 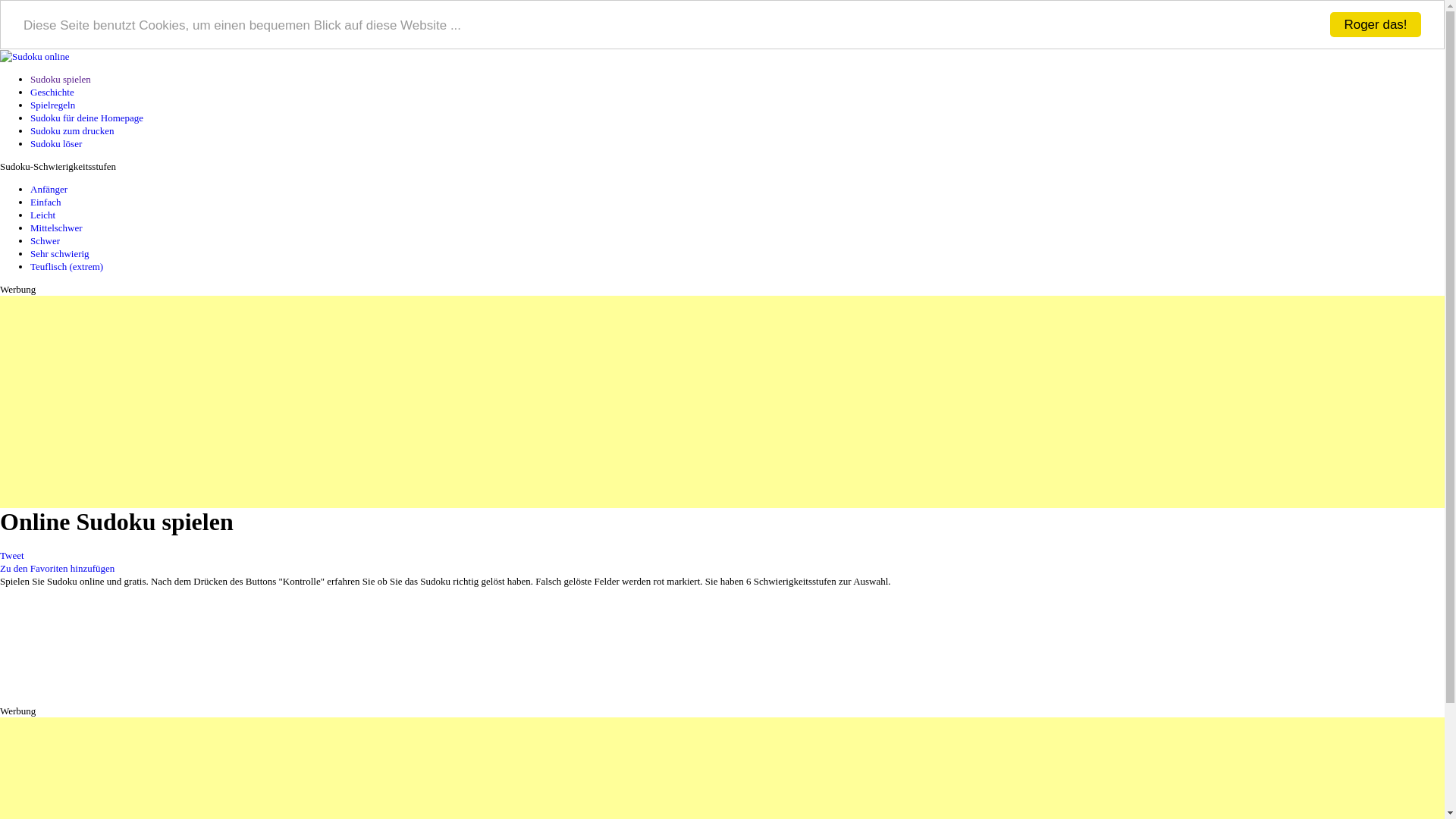 I want to click on 'Advertisement', so click(x=454, y=400).